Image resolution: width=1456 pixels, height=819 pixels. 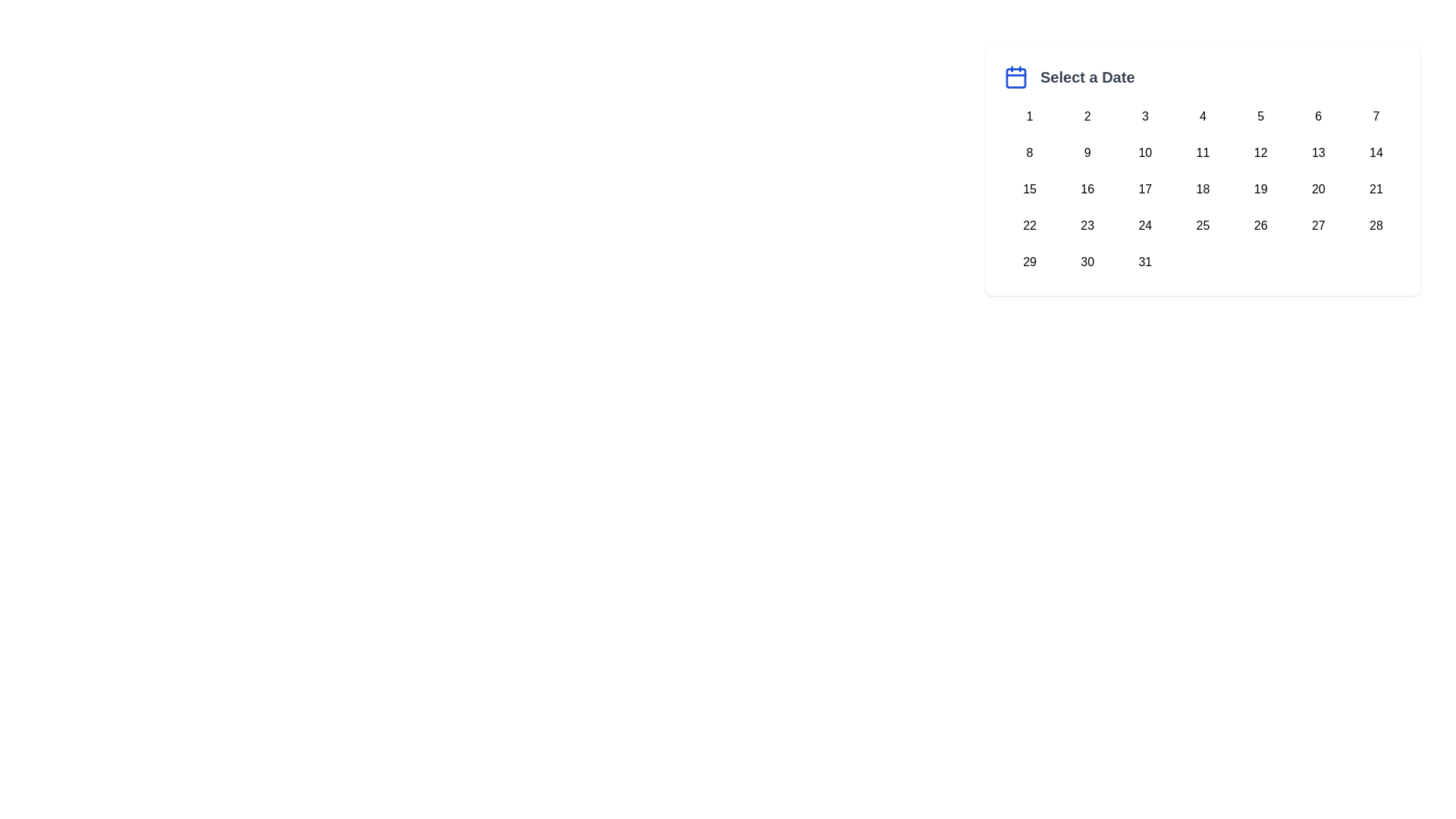 I want to click on the button displaying the number '18' in bold font, located in the third row and fourth column of the grid for selecting a date, so click(x=1202, y=189).